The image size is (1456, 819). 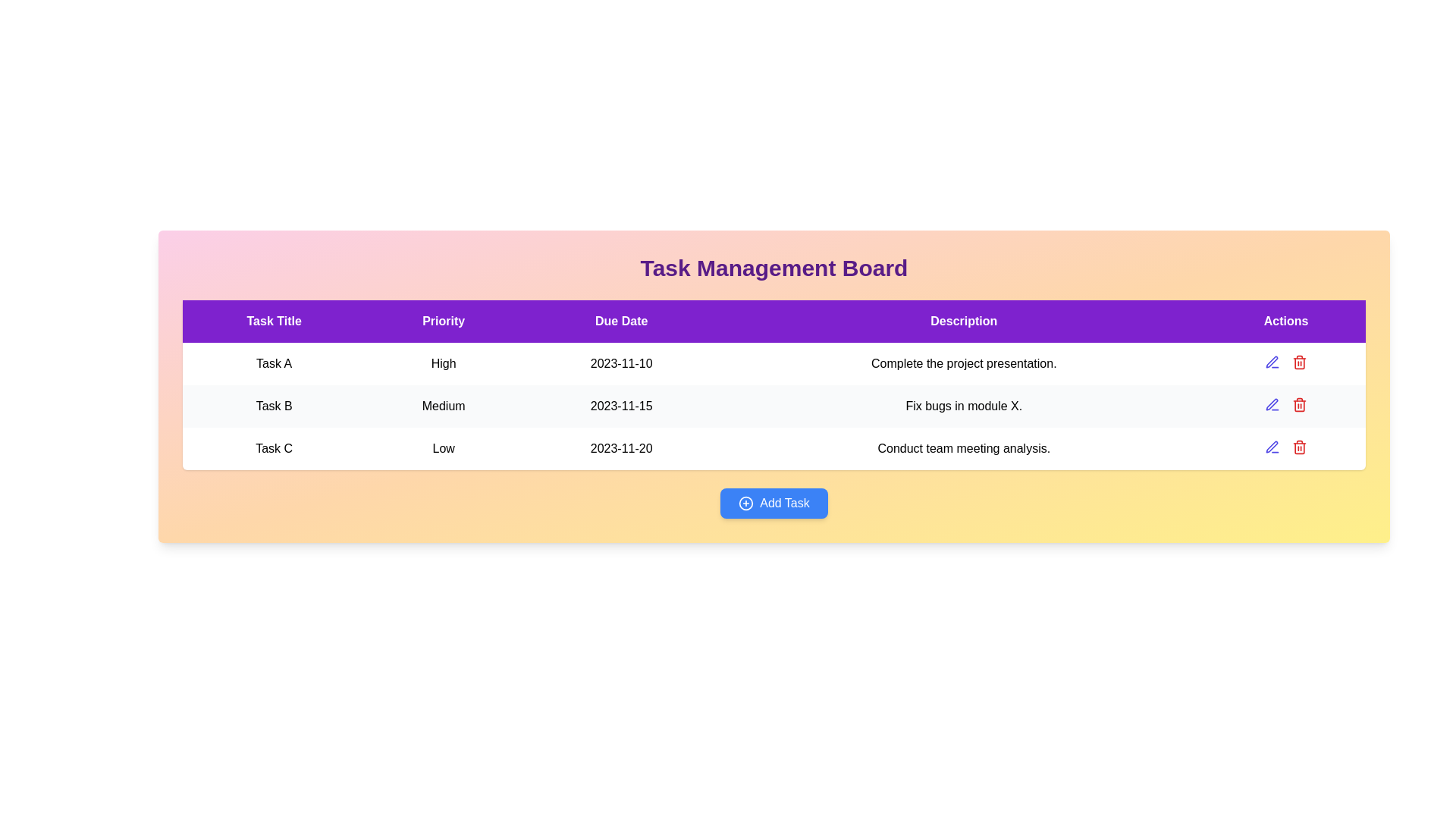 I want to click on the Text label in the 'Description' column for 'Task B' located in the fourth column of the second row of the table, so click(x=963, y=406).